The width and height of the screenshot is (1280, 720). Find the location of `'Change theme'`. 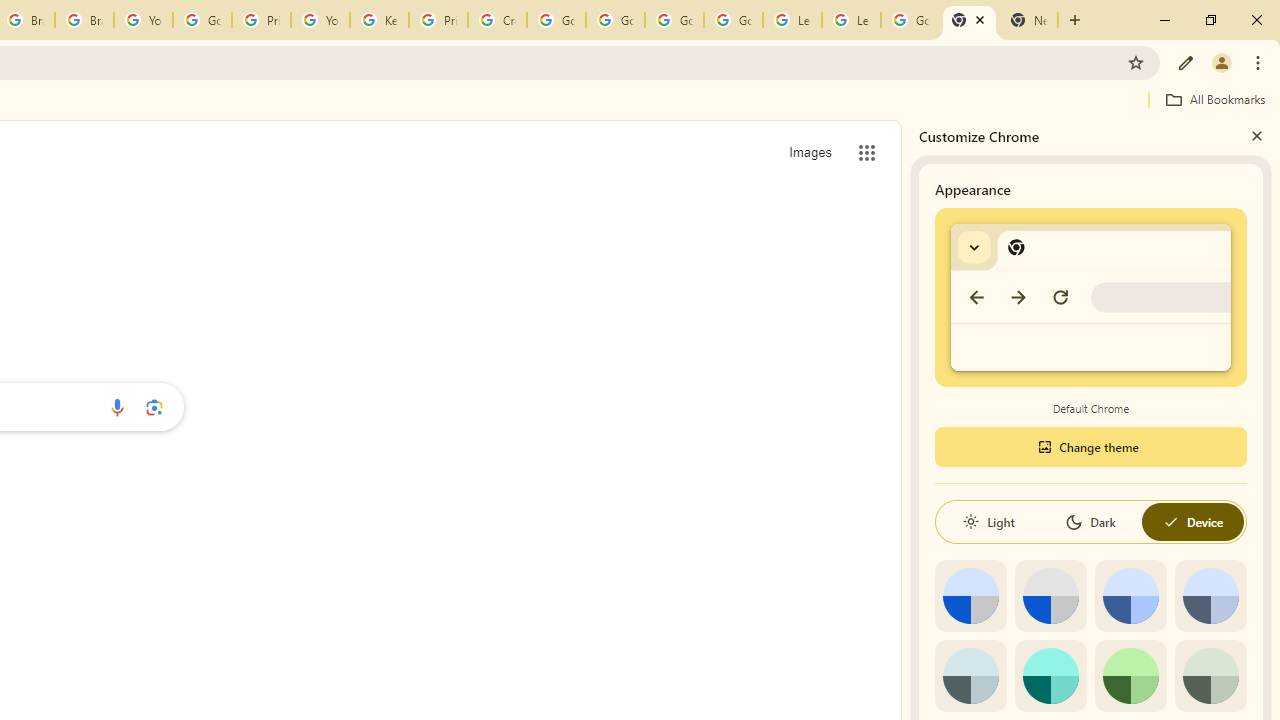

'Change theme' is located at coordinates (1089, 446).